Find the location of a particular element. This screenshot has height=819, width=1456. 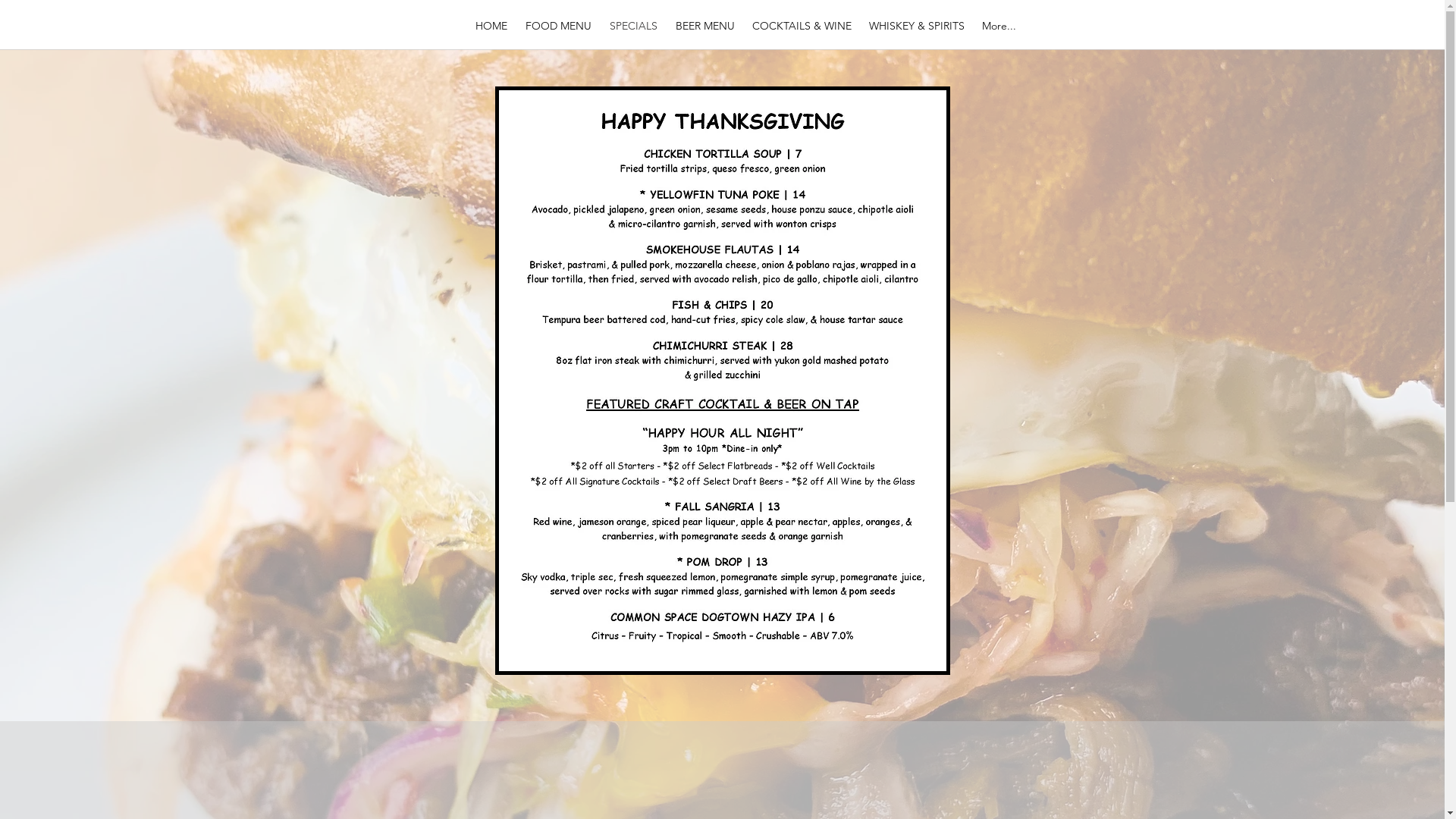

'FOOD MENU' is located at coordinates (557, 25).